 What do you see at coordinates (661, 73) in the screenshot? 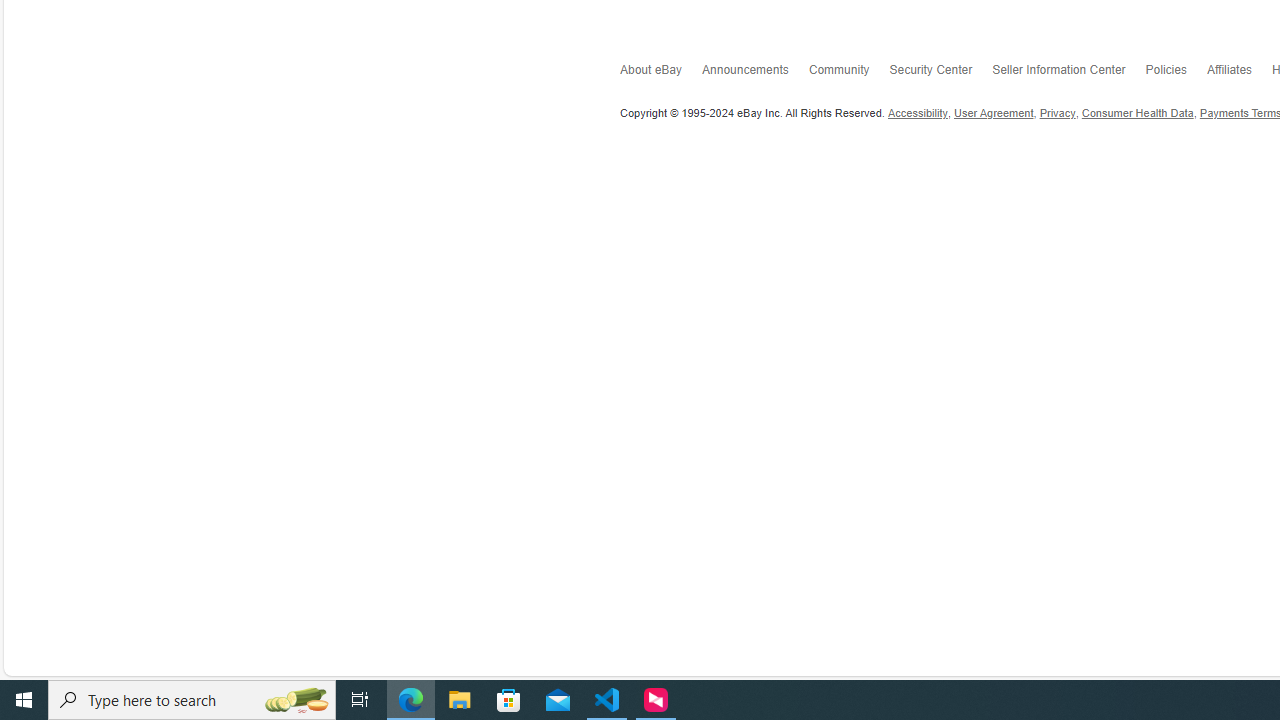
I see `'About eBay'` at bounding box center [661, 73].